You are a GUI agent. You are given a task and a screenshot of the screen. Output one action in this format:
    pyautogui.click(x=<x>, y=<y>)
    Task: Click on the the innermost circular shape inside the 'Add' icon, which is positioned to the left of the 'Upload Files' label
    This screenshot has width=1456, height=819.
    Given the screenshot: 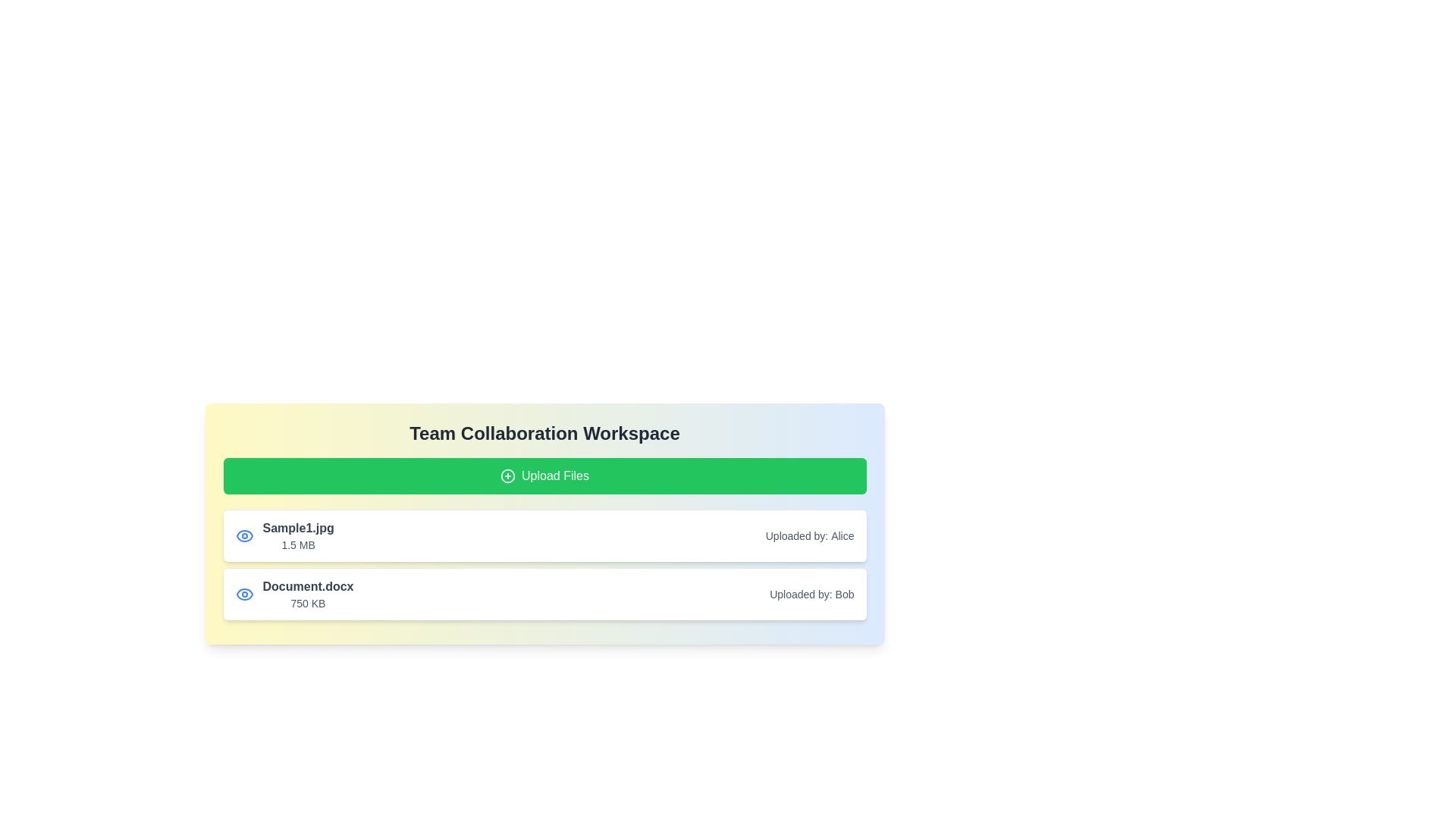 What is the action you would take?
    pyautogui.click(x=508, y=475)
    